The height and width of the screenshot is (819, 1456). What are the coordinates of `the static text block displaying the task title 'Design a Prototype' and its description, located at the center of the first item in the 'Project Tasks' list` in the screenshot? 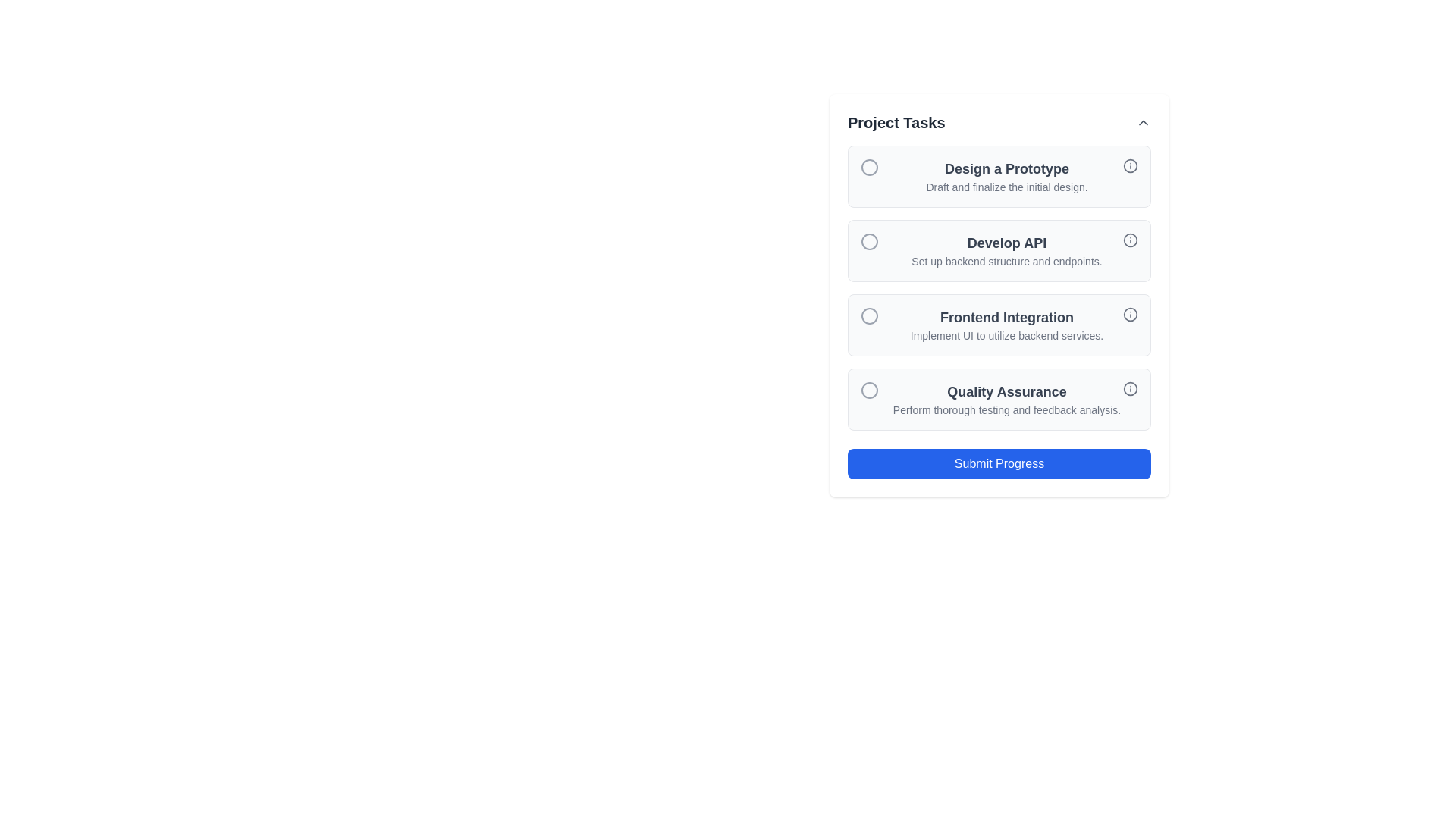 It's located at (1007, 175).